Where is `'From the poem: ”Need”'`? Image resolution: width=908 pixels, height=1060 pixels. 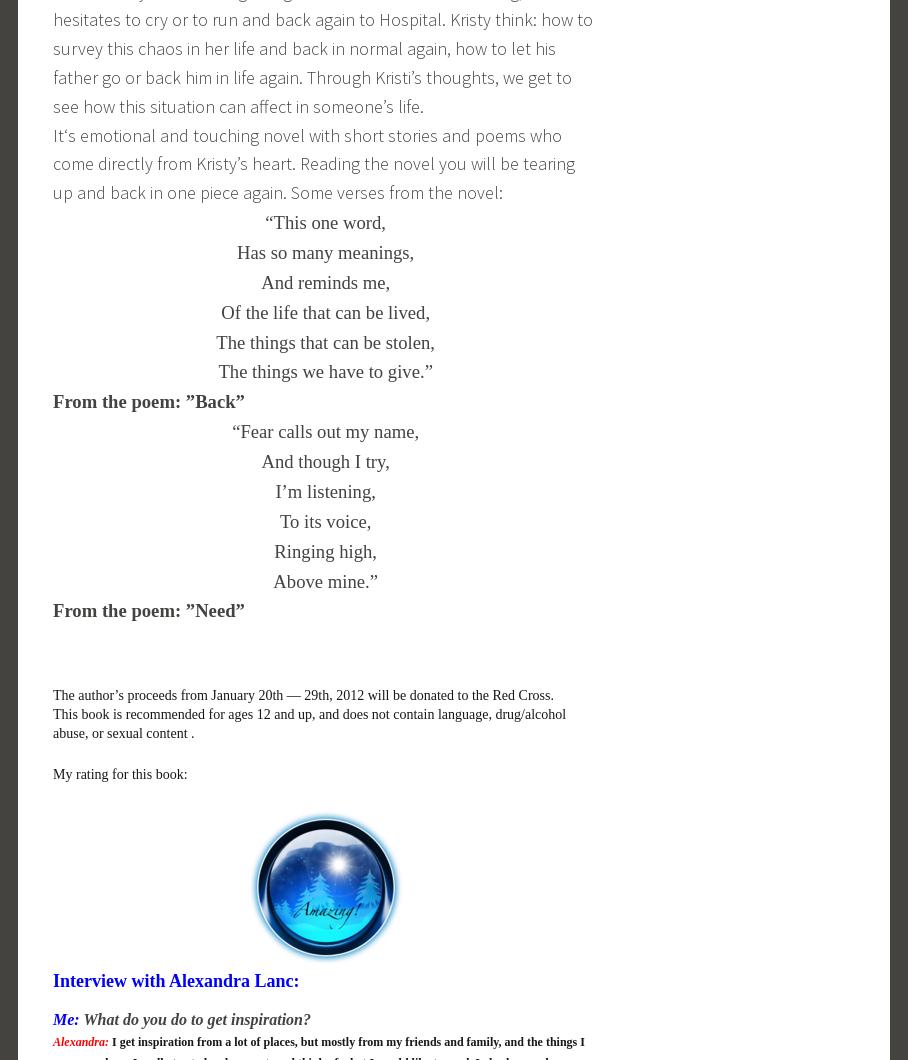 'From the poem: ”Need”' is located at coordinates (148, 610).